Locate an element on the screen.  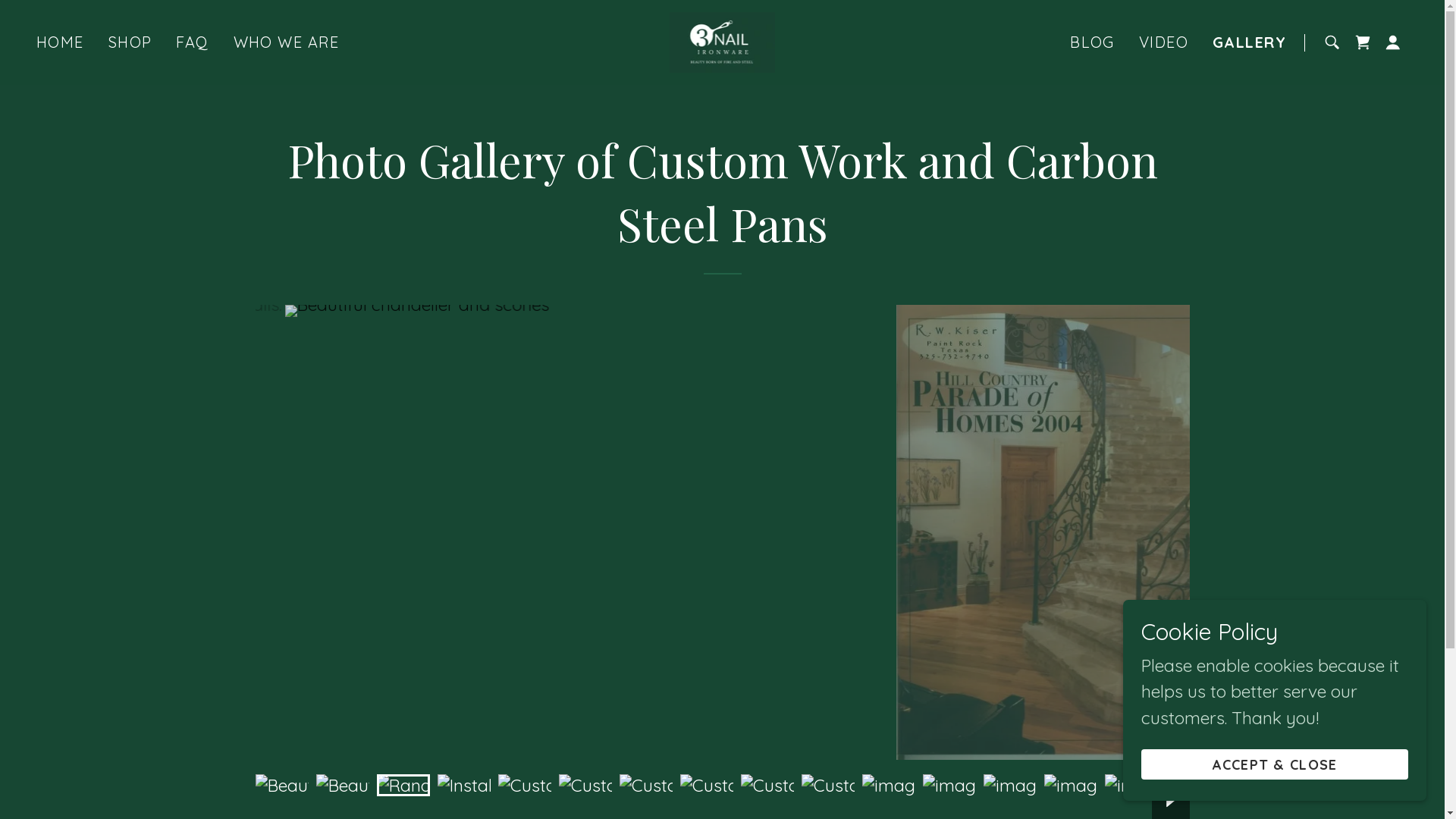
'3 Nail Ironware' is located at coordinates (722, 39).